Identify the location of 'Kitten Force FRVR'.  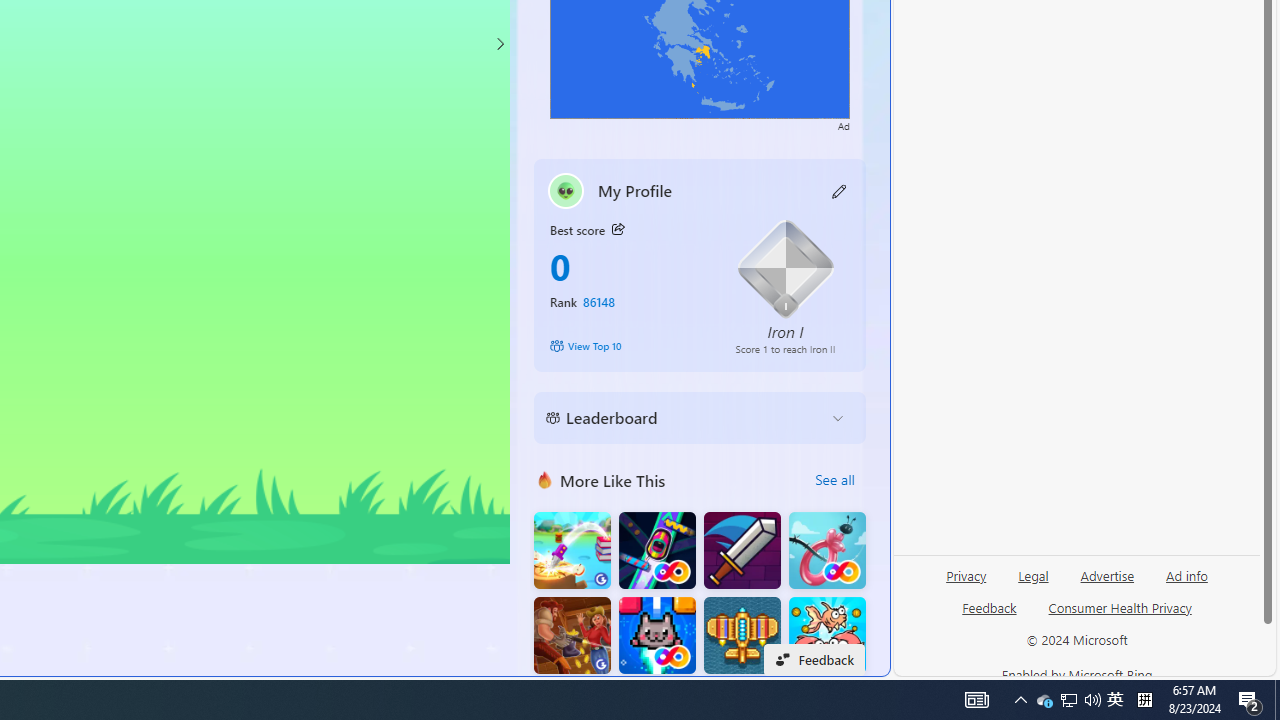
(657, 635).